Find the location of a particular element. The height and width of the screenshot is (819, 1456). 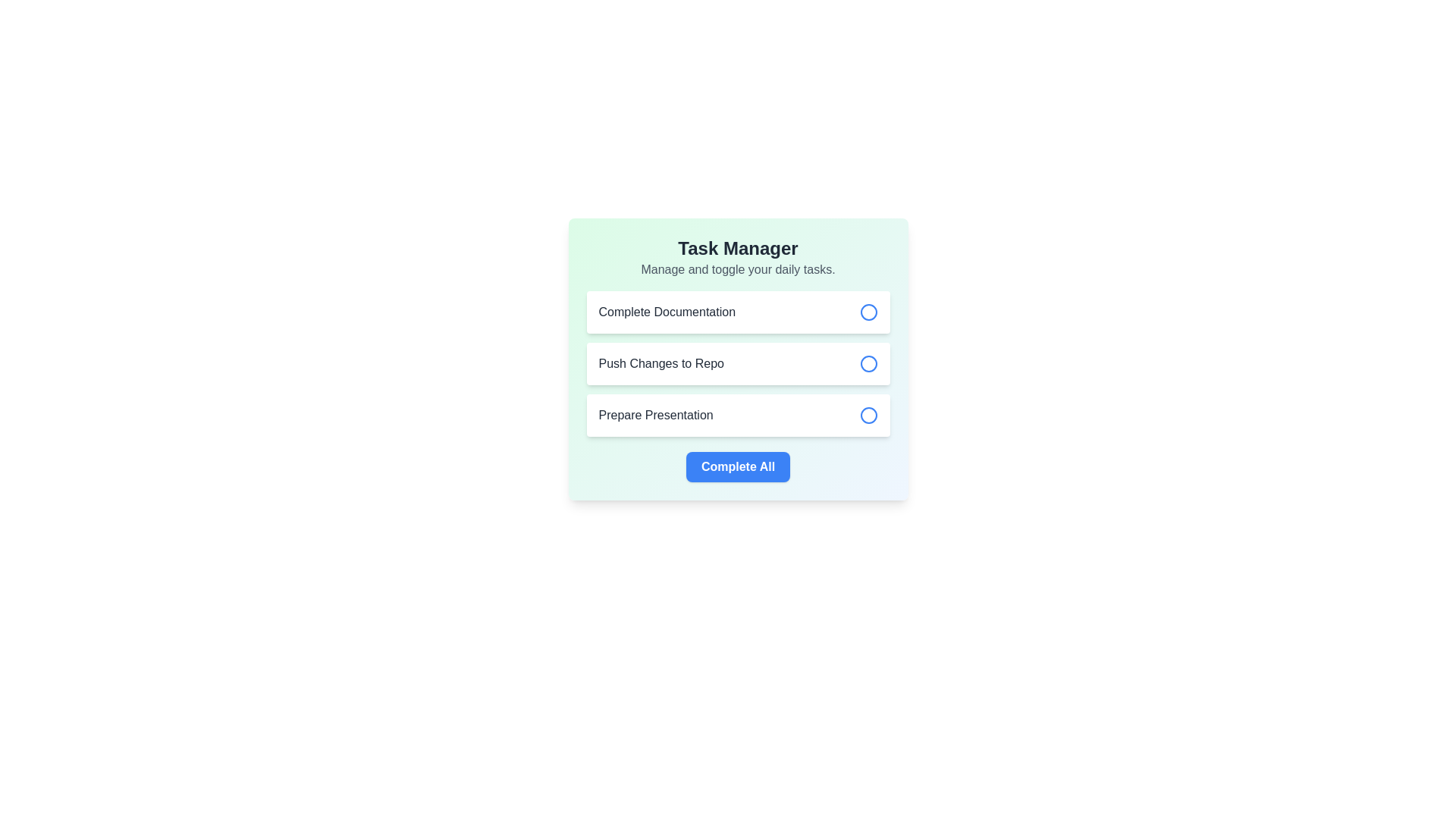

the Graphical Indicator (Circle) located in the rightmost corner of the 'Prepare Presentation' task item in the 'Task Manager' section is located at coordinates (868, 415).